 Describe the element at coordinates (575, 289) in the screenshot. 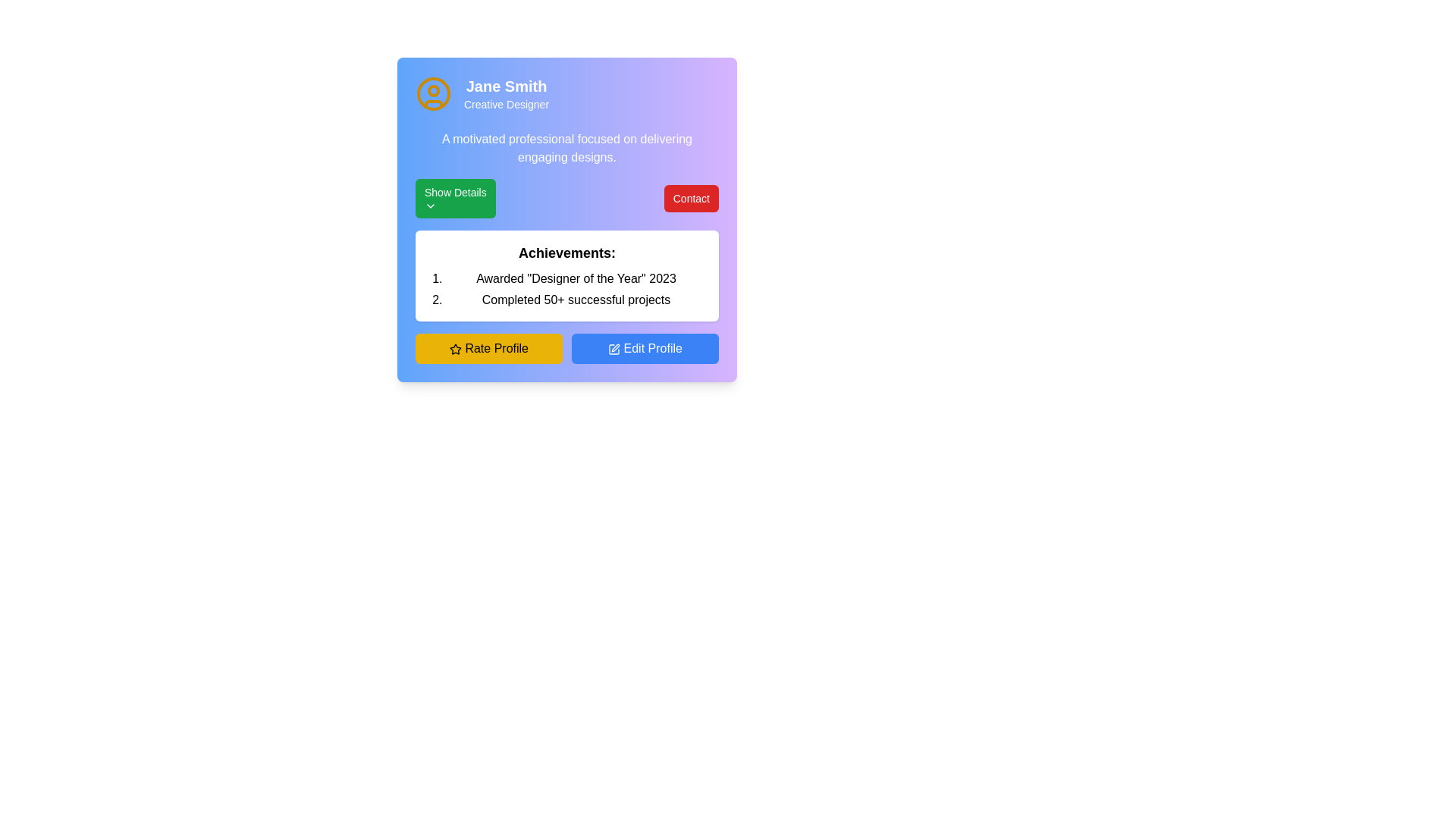

I see `the achievements text list located beneath the 'Achievements:' header to copy its text content` at that location.